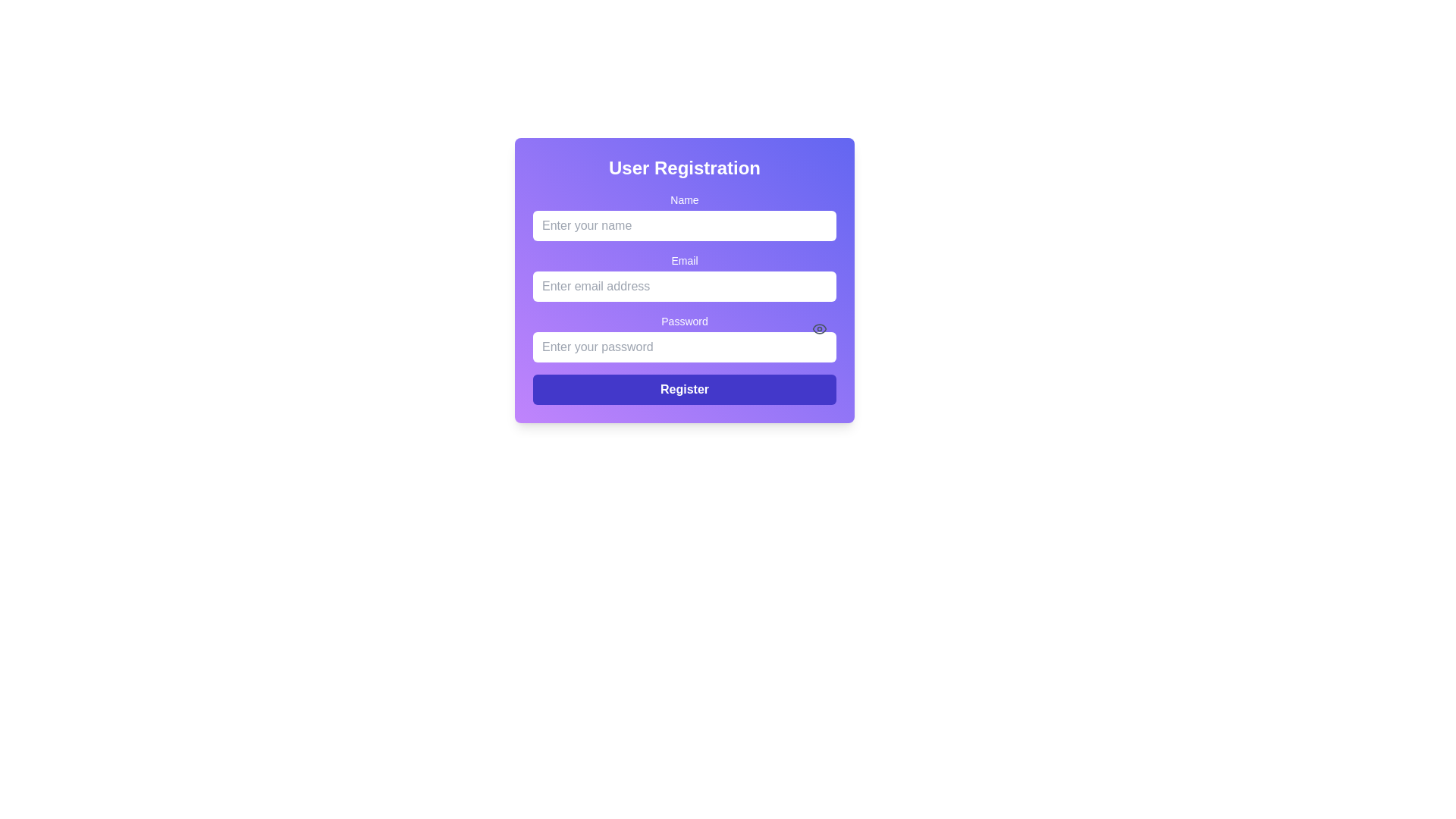 The height and width of the screenshot is (819, 1456). Describe the element at coordinates (683, 388) in the screenshot. I see `the purple 'Register' button with rounded edges` at that location.